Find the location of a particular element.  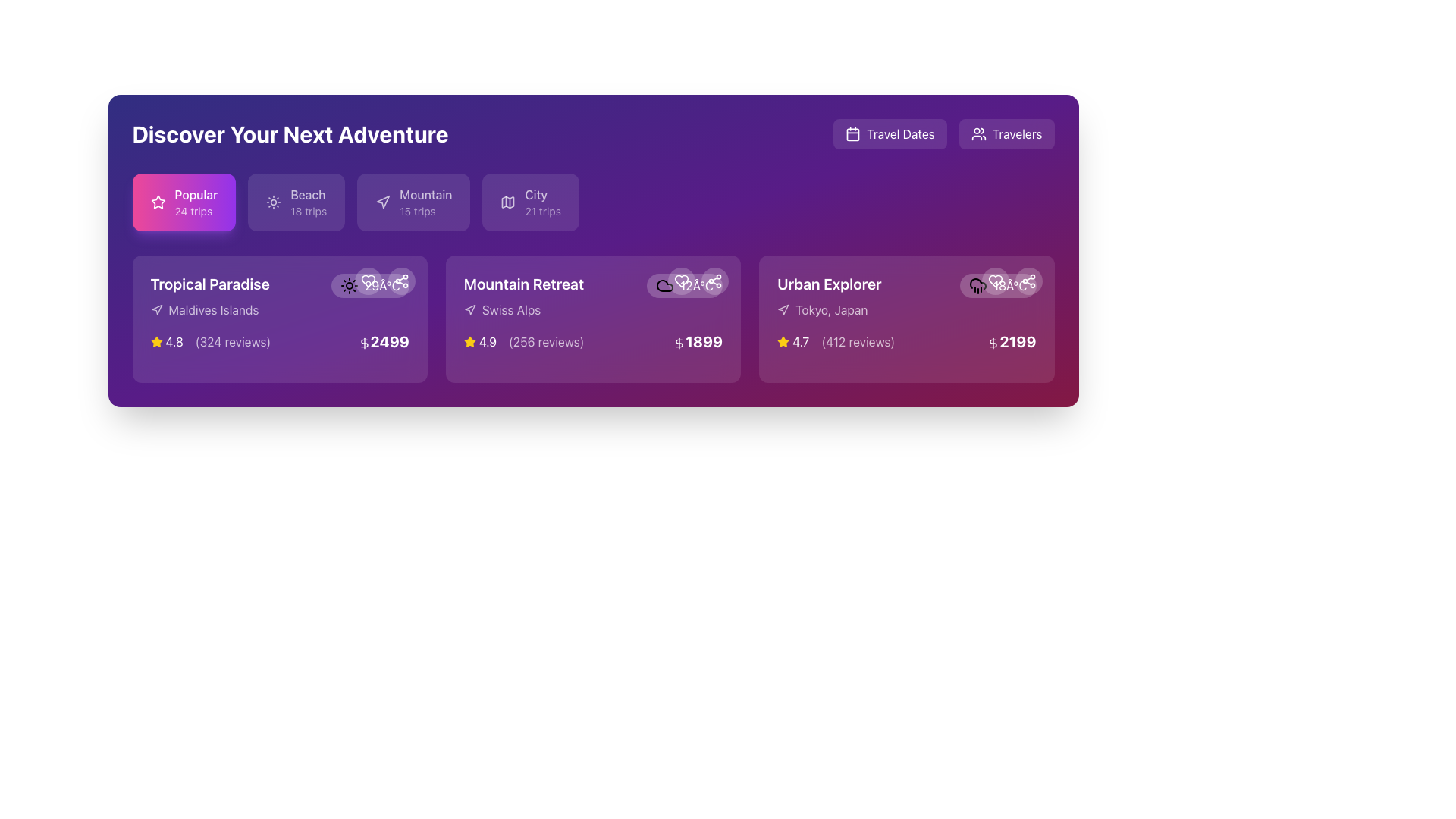

the informational component displaying the aggregate rating and review count for 'Tropical Paradise', located beneath 'Maldives Islands' and to the left of the price details '$2499' is located at coordinates (209, 342).